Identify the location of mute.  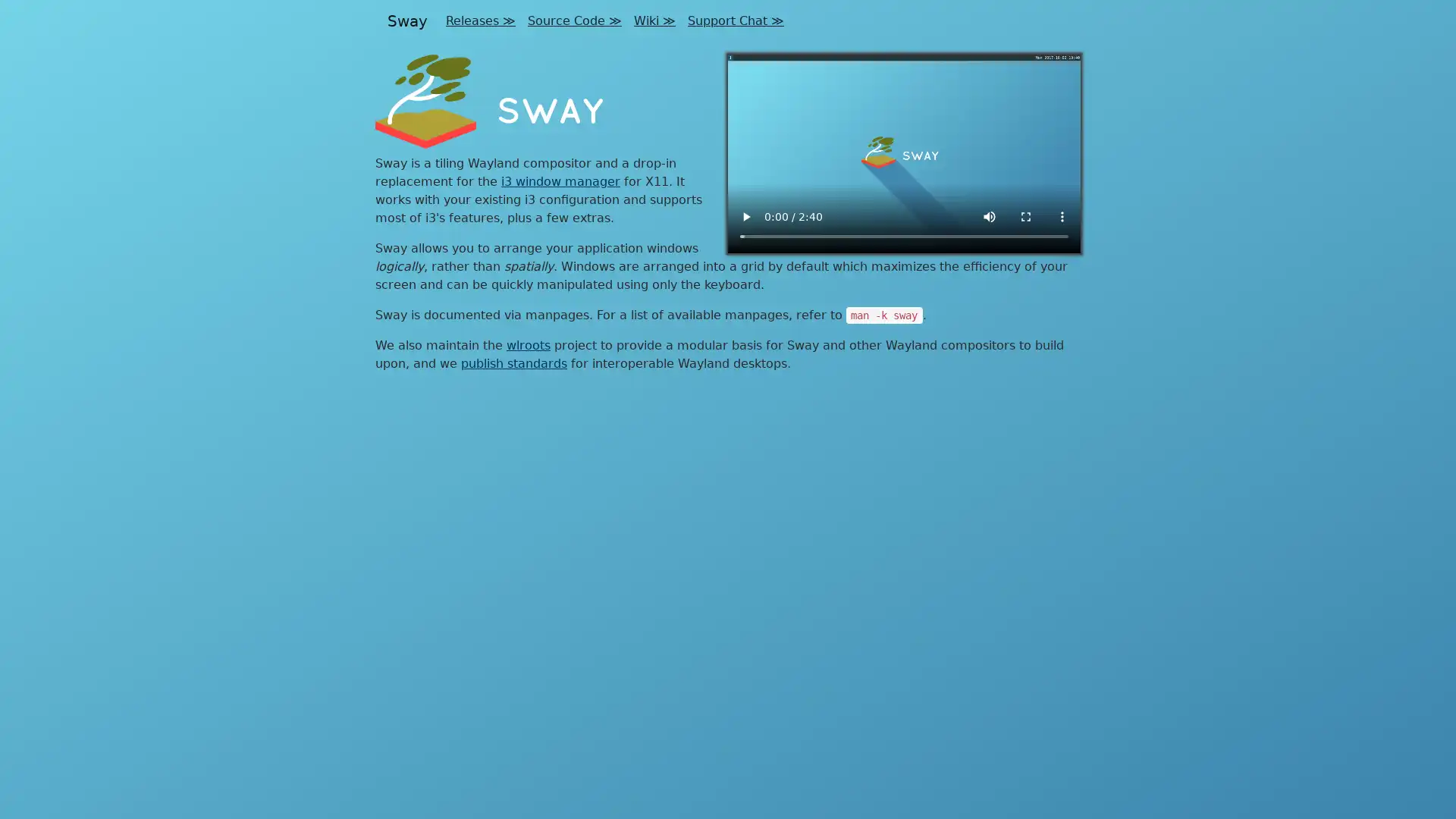
(990, 216).